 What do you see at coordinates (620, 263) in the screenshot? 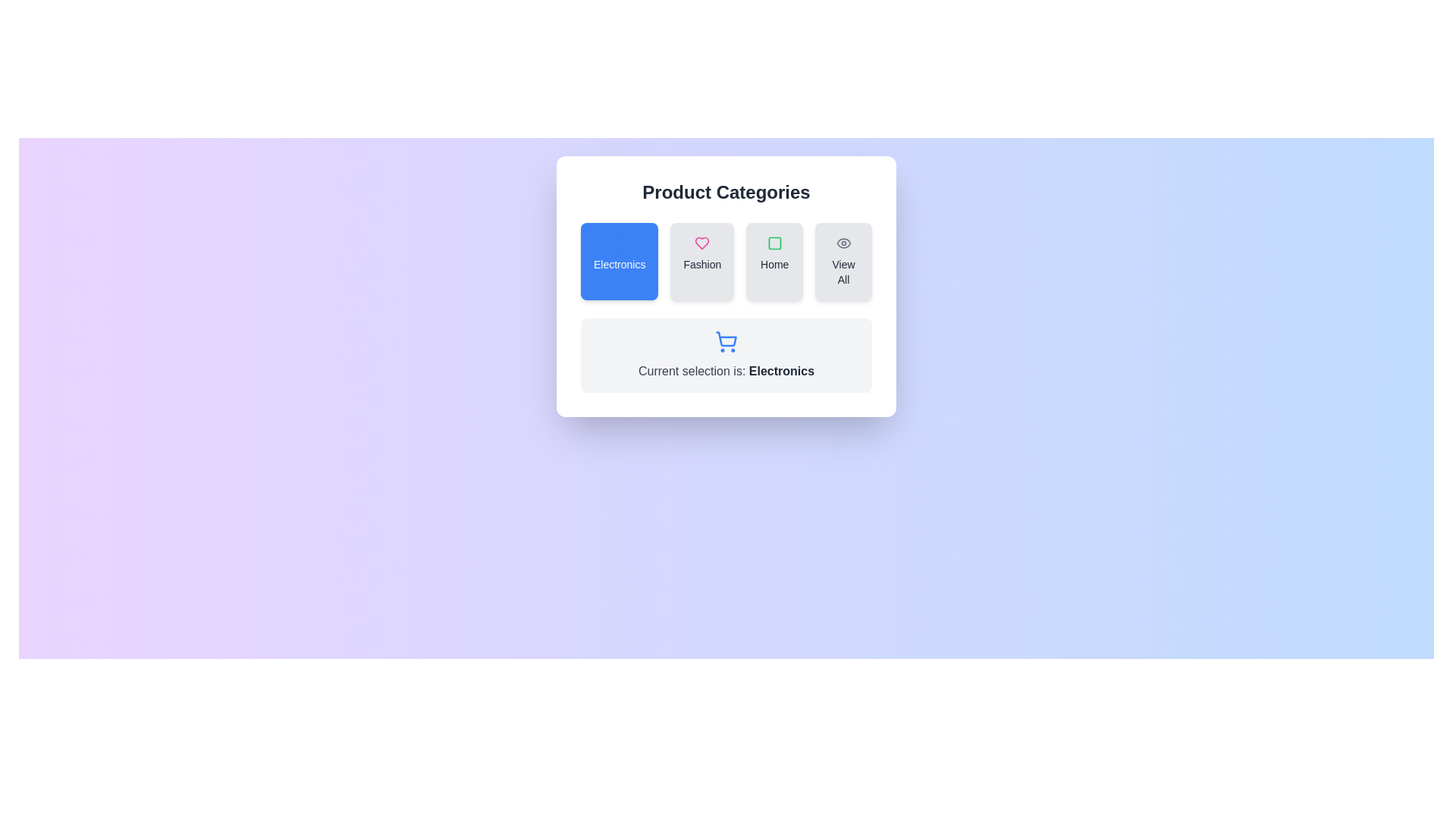
I see `the 'Electronics' category text label, which is the first item in a horizontal row of selectable categories` at bounding box center [620, 263].